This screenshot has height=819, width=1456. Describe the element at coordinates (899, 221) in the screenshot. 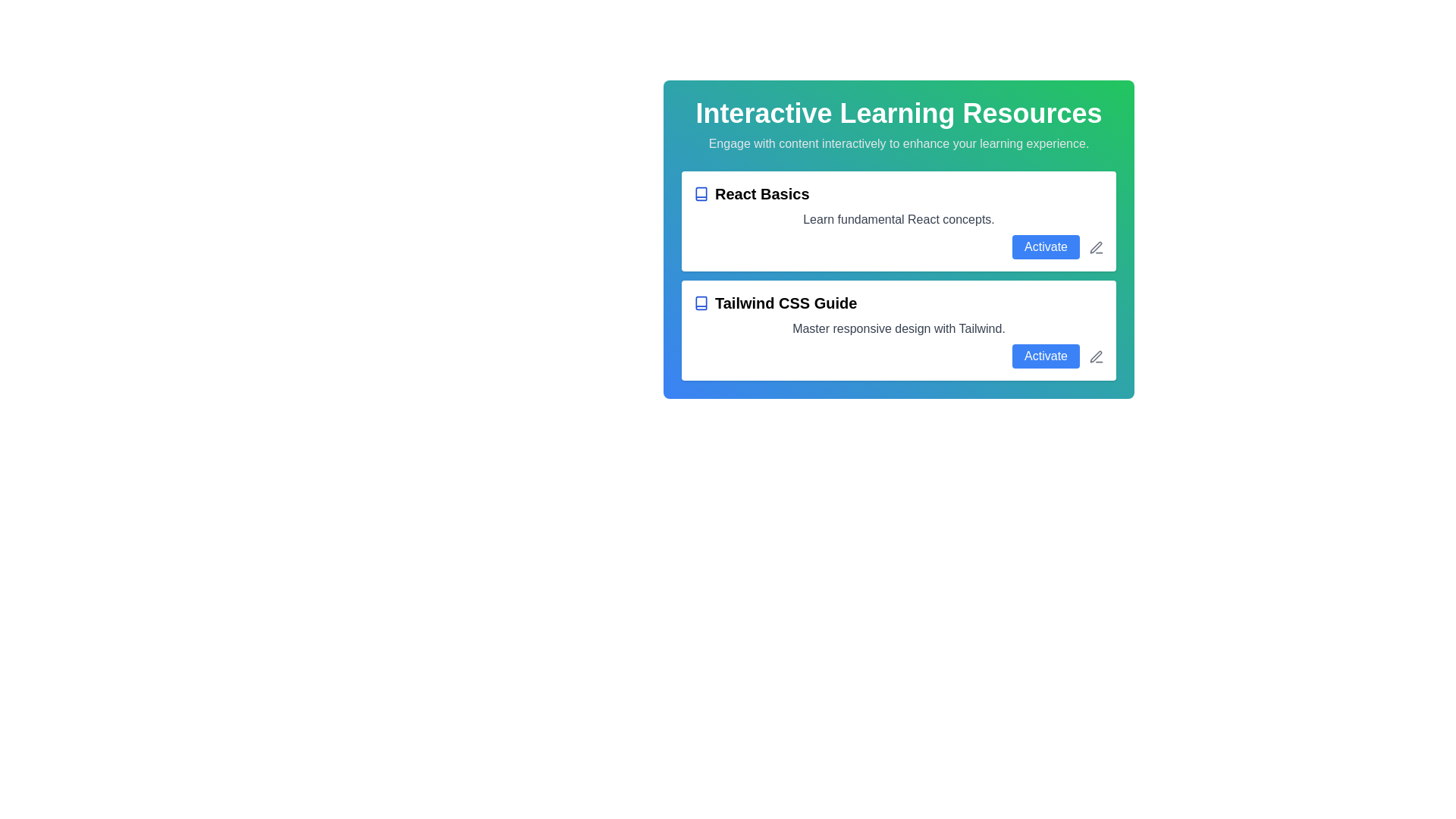

I see `the first card titled 'React Basics' in the 'Interactive Learning Resources' section` at that location.